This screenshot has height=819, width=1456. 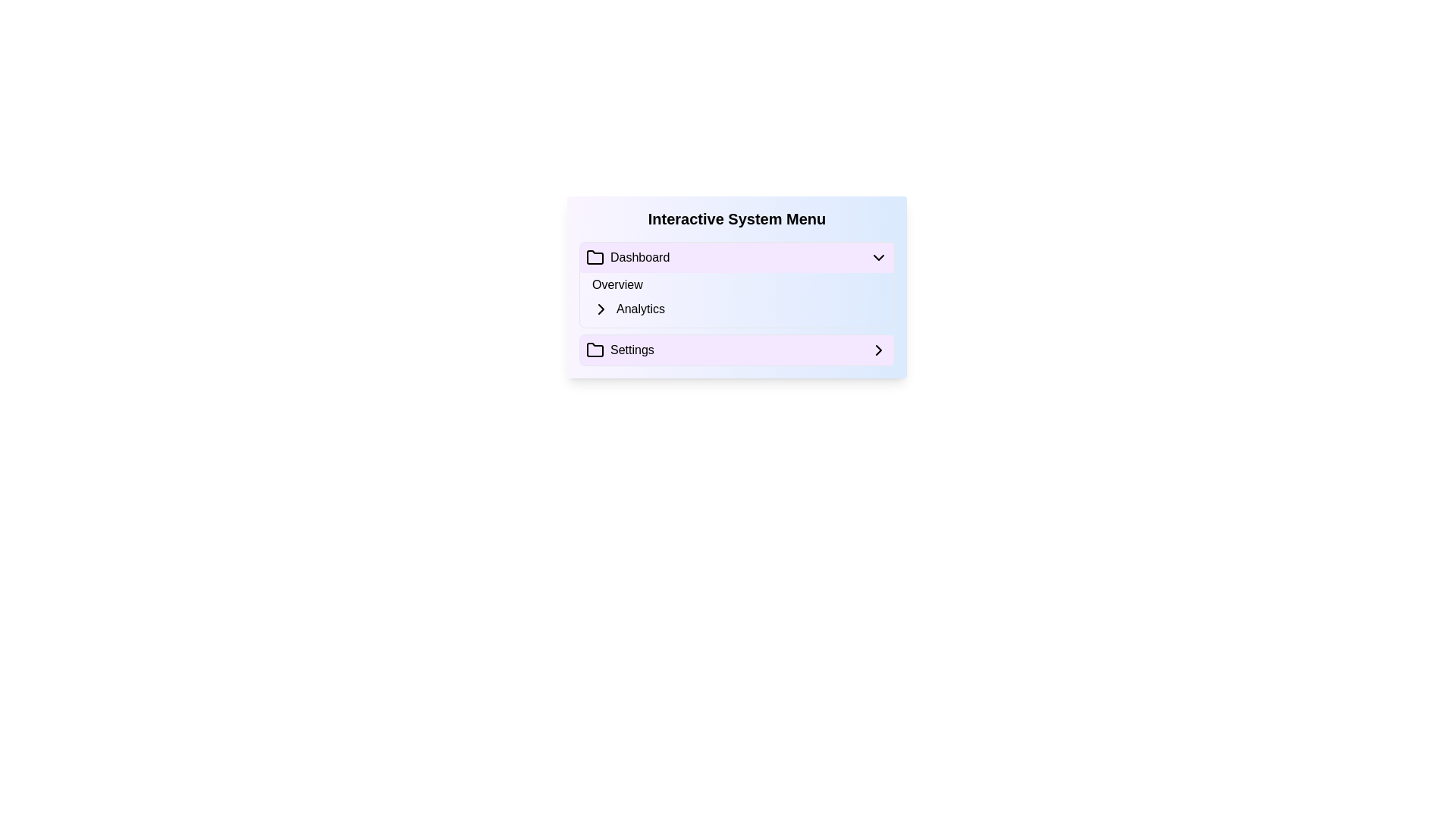 What do you see at coordinates (736, 350) in the screenshot?
I see `the interactive button 'Settings' with a light purple background and folder icon` at bounding box center [736, 350].